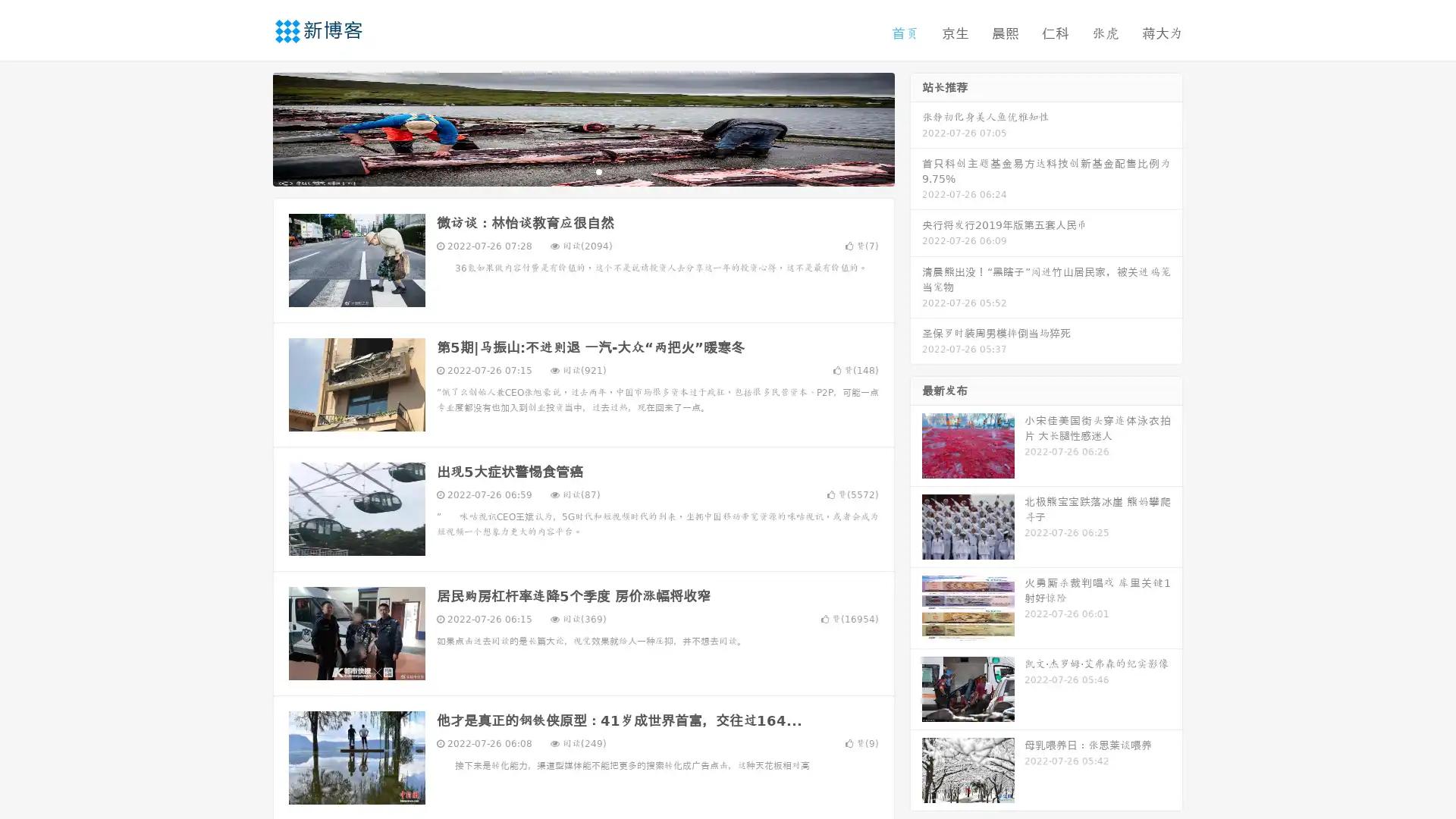 The height and width of the screenshot is (819, 1456). I want to click on Go to slide 3, so click(598, 171).